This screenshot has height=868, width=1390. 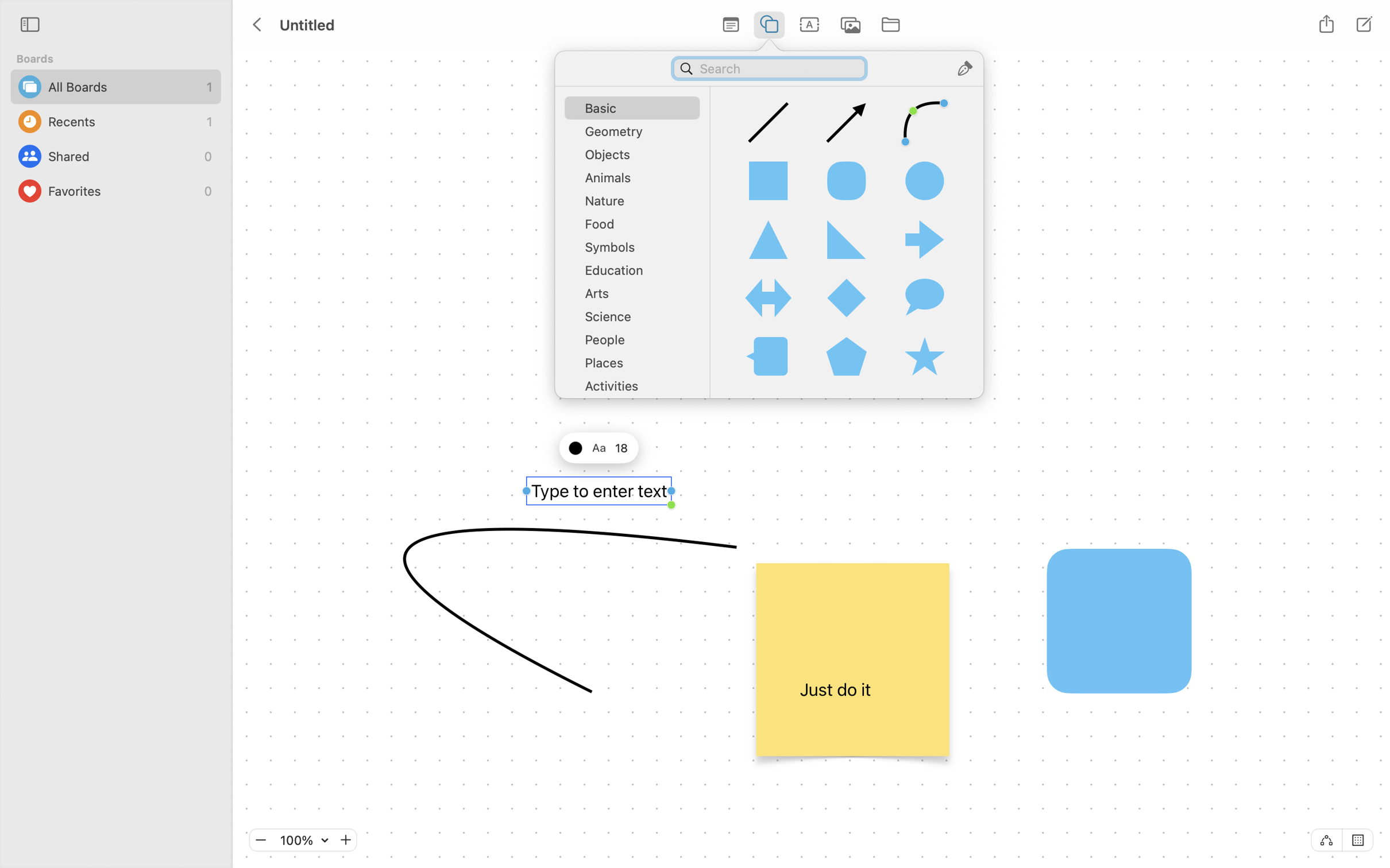 I want to click on 'Favorites', so click(x=123, y=191).